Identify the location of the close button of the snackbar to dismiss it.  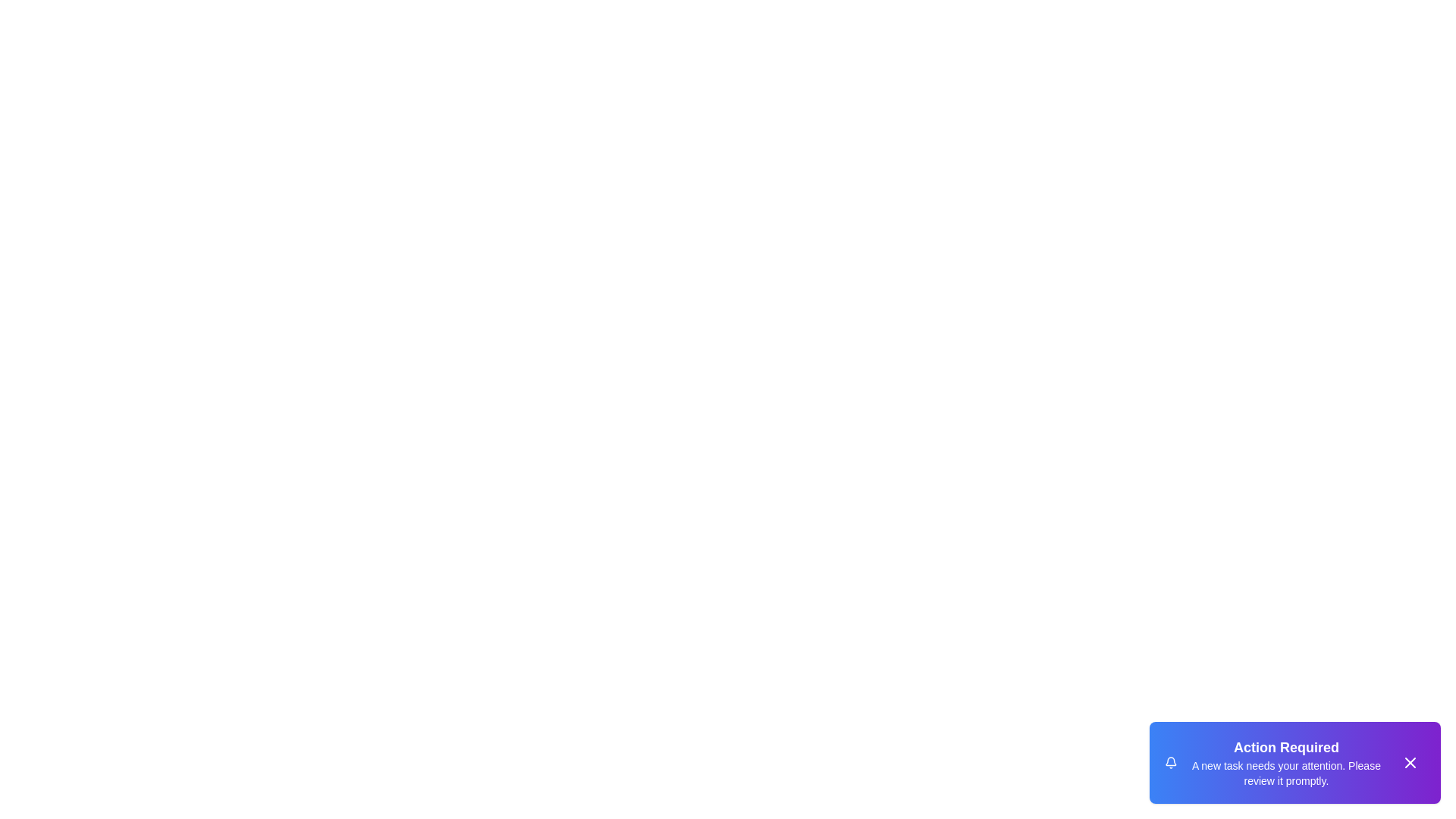
(1410, 763).